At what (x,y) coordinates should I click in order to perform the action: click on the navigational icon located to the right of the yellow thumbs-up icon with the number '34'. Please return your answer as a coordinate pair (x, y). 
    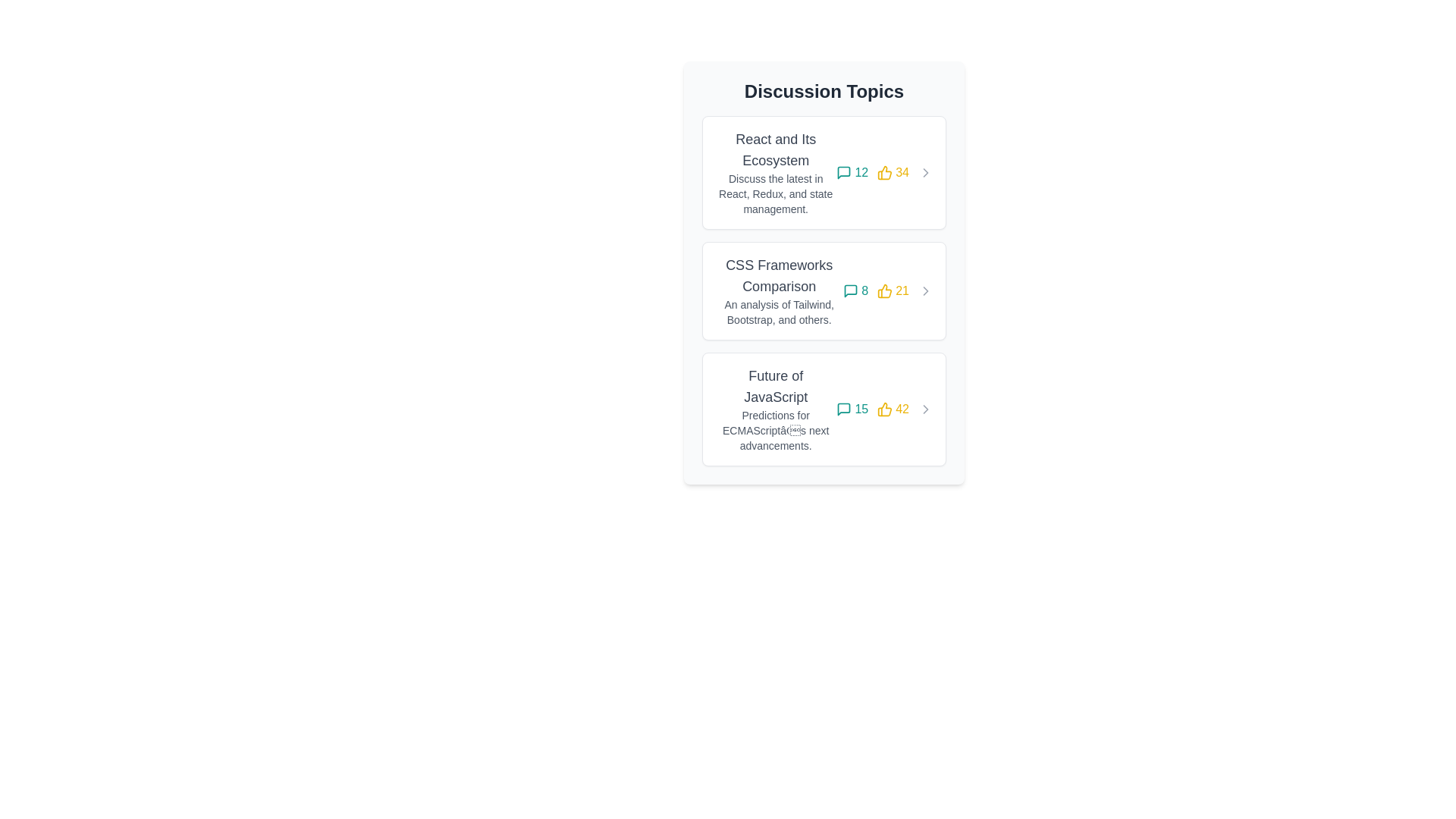
    Looking at the image, I should click on (924, 171).